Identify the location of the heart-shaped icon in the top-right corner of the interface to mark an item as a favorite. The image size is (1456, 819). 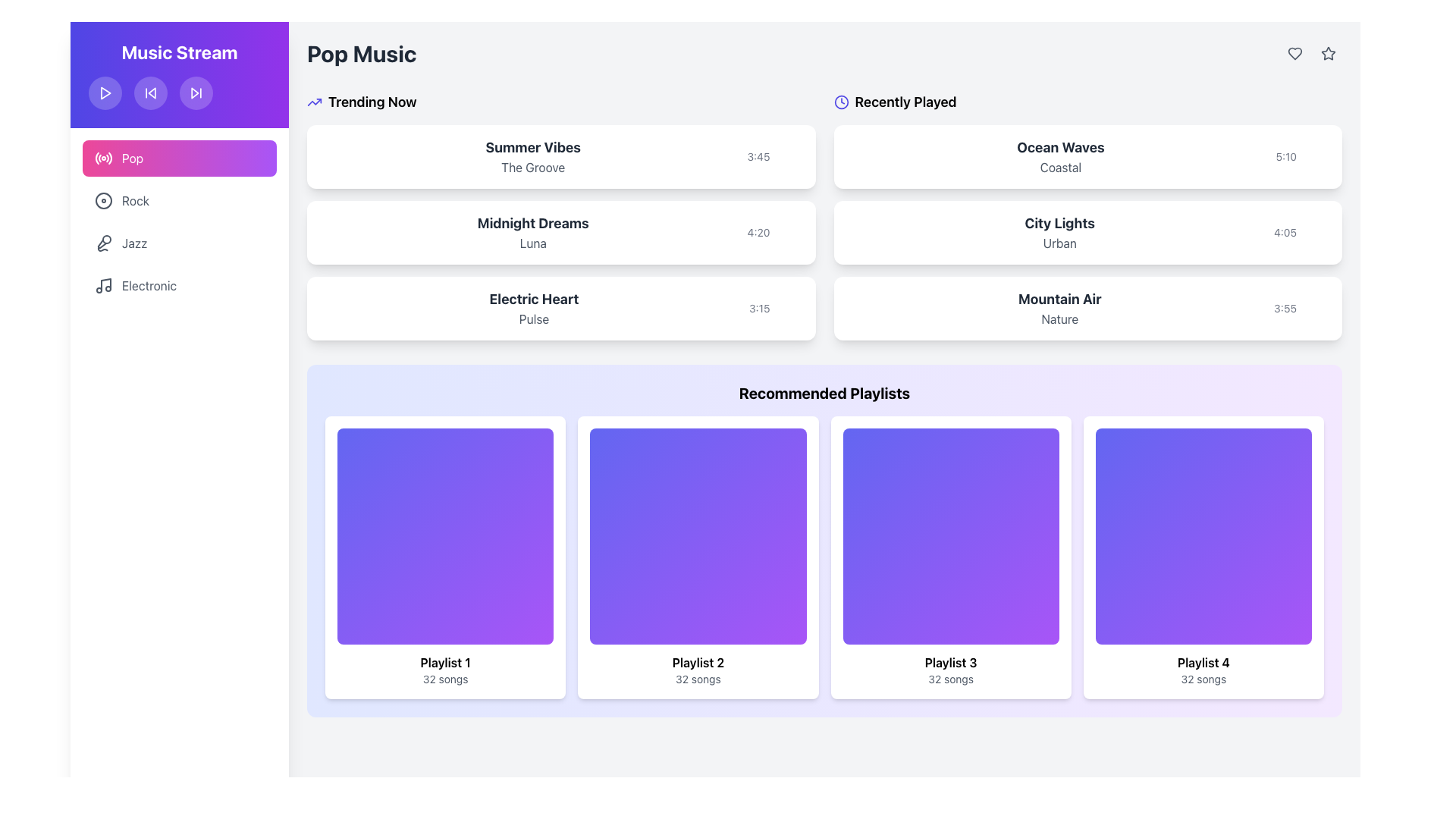
(1294, 52).